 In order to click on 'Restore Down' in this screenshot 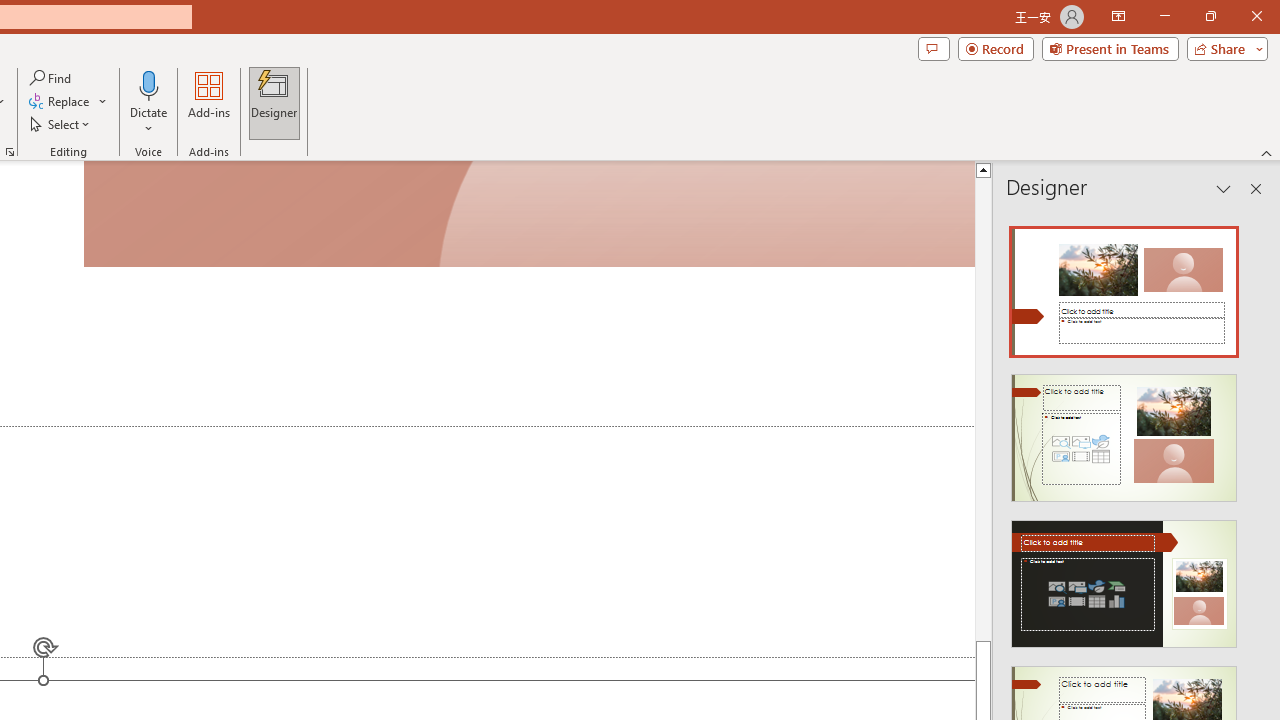, I will do `click(1209, 16)`.